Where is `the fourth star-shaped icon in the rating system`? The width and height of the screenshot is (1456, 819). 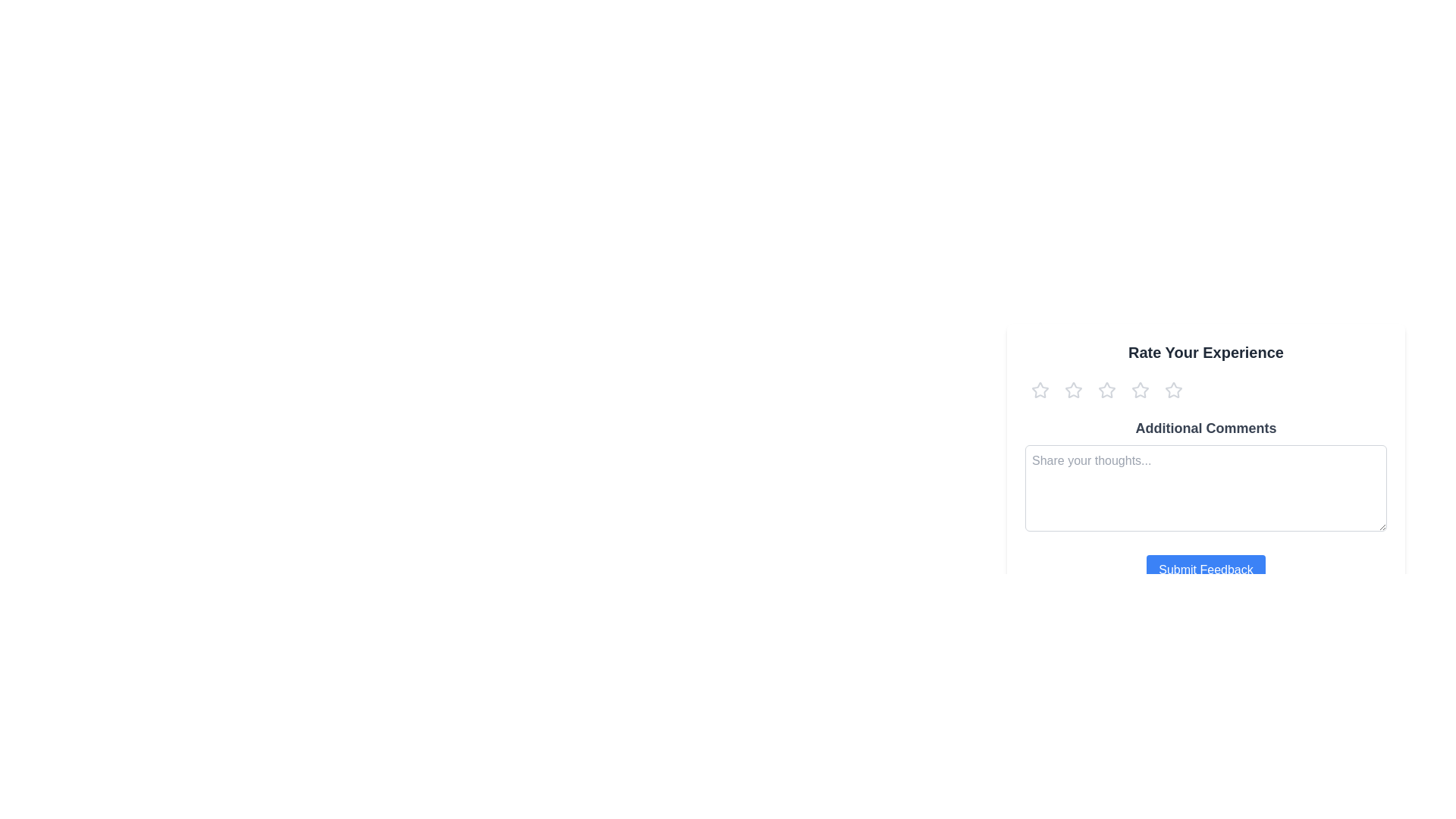
the fourth star-shaped icon in the rating system is located at coordinates (1173, 389).